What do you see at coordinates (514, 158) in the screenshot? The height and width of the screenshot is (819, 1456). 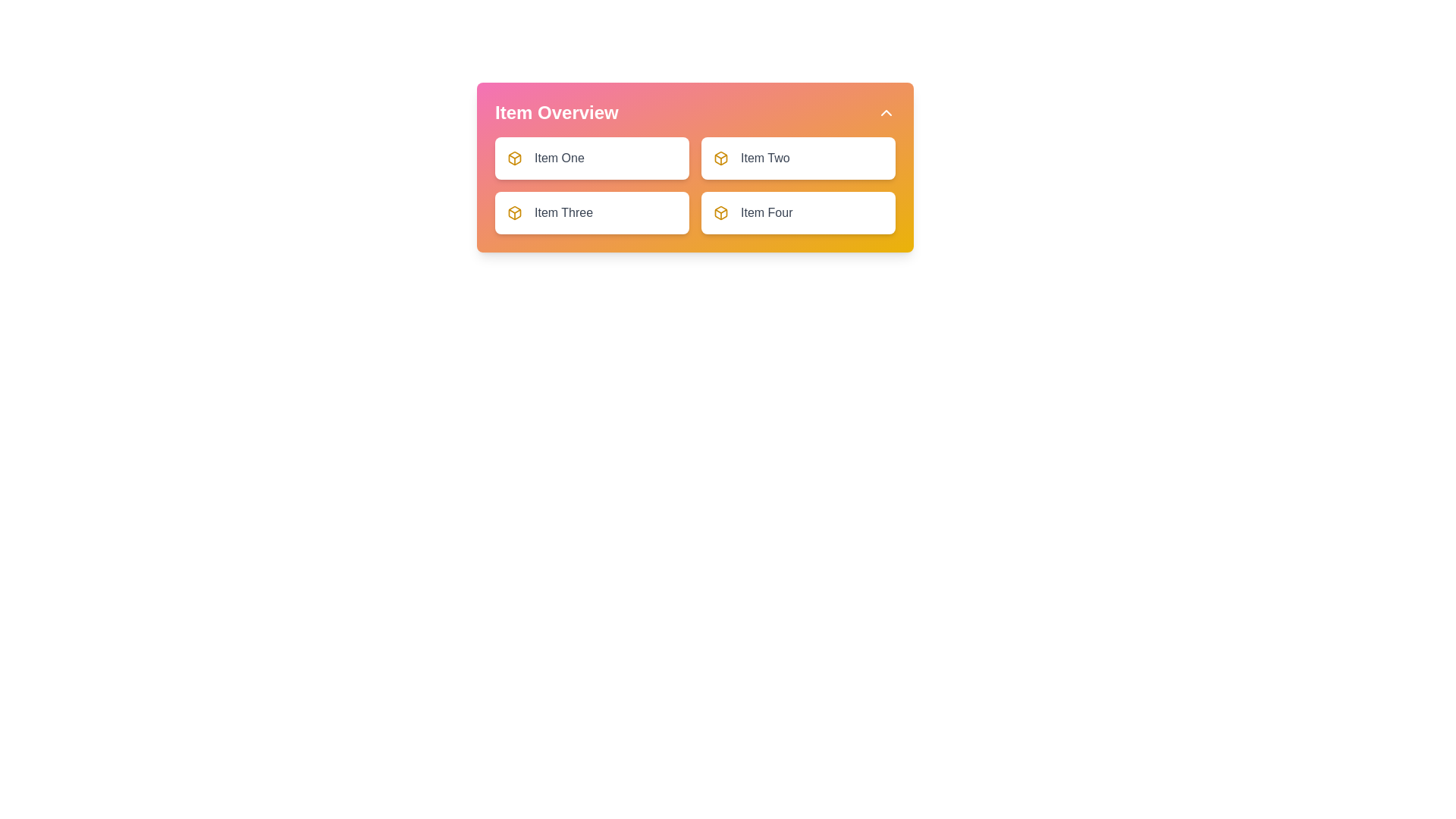 I see `the small cube icon with a yellow outline and gradients, which is the first icon inside the white rounded rectangle labeled Item One` at bounding box center [514, 158].